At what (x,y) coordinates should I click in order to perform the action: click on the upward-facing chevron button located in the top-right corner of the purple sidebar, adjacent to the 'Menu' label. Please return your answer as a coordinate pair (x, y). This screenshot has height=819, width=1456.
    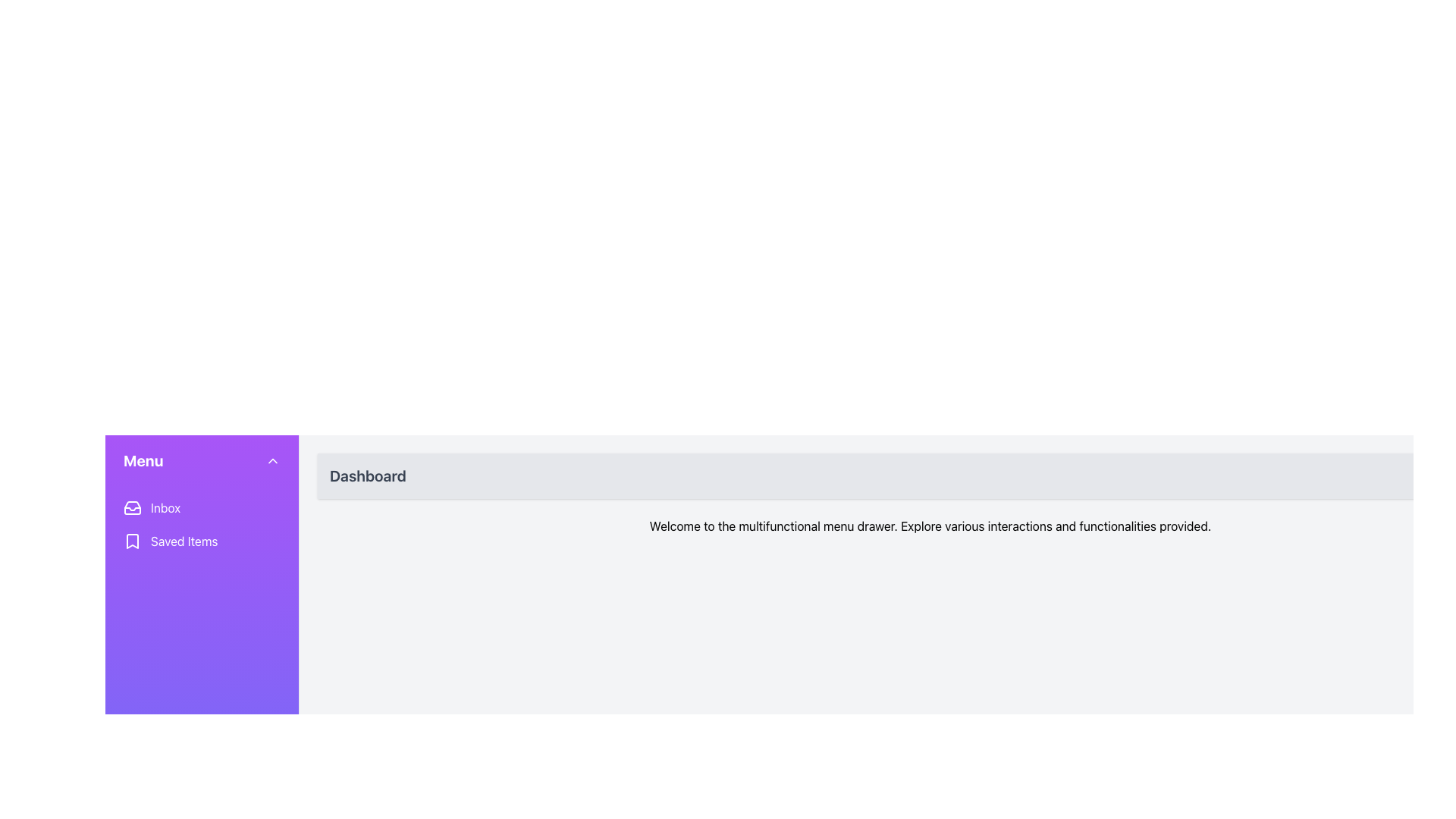
    Looking at the image, I should click on (273, 460).